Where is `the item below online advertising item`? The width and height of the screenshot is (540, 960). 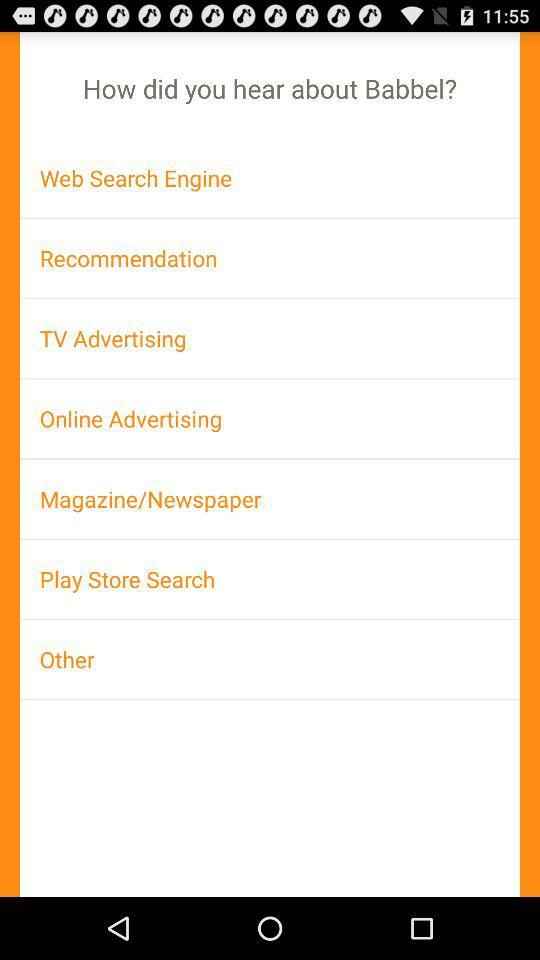 the item below online advertising item is located at coordinates (270, 498).